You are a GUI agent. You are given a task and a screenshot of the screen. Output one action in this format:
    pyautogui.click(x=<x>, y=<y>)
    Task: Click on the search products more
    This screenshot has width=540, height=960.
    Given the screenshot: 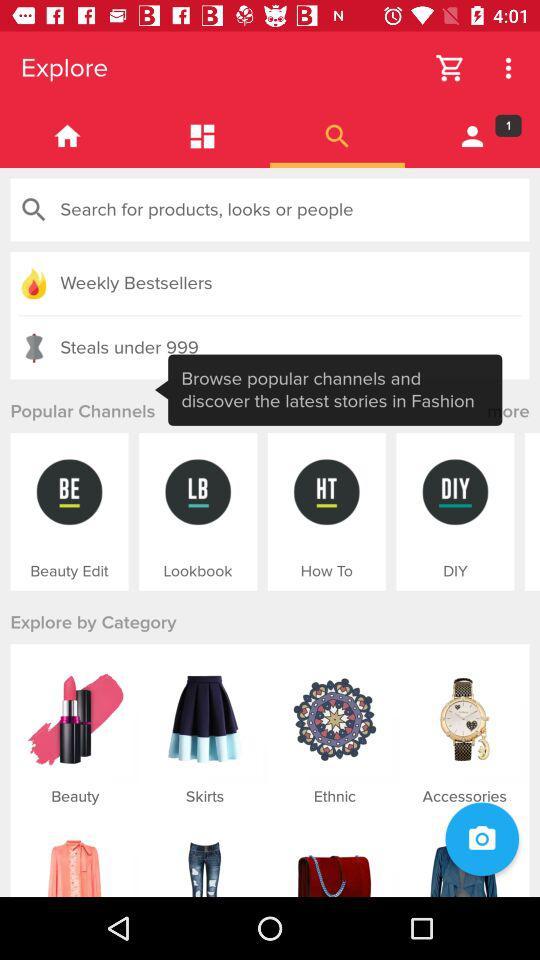 What is the action you would take?
    pyautogui.click(x=337, y=135)
    